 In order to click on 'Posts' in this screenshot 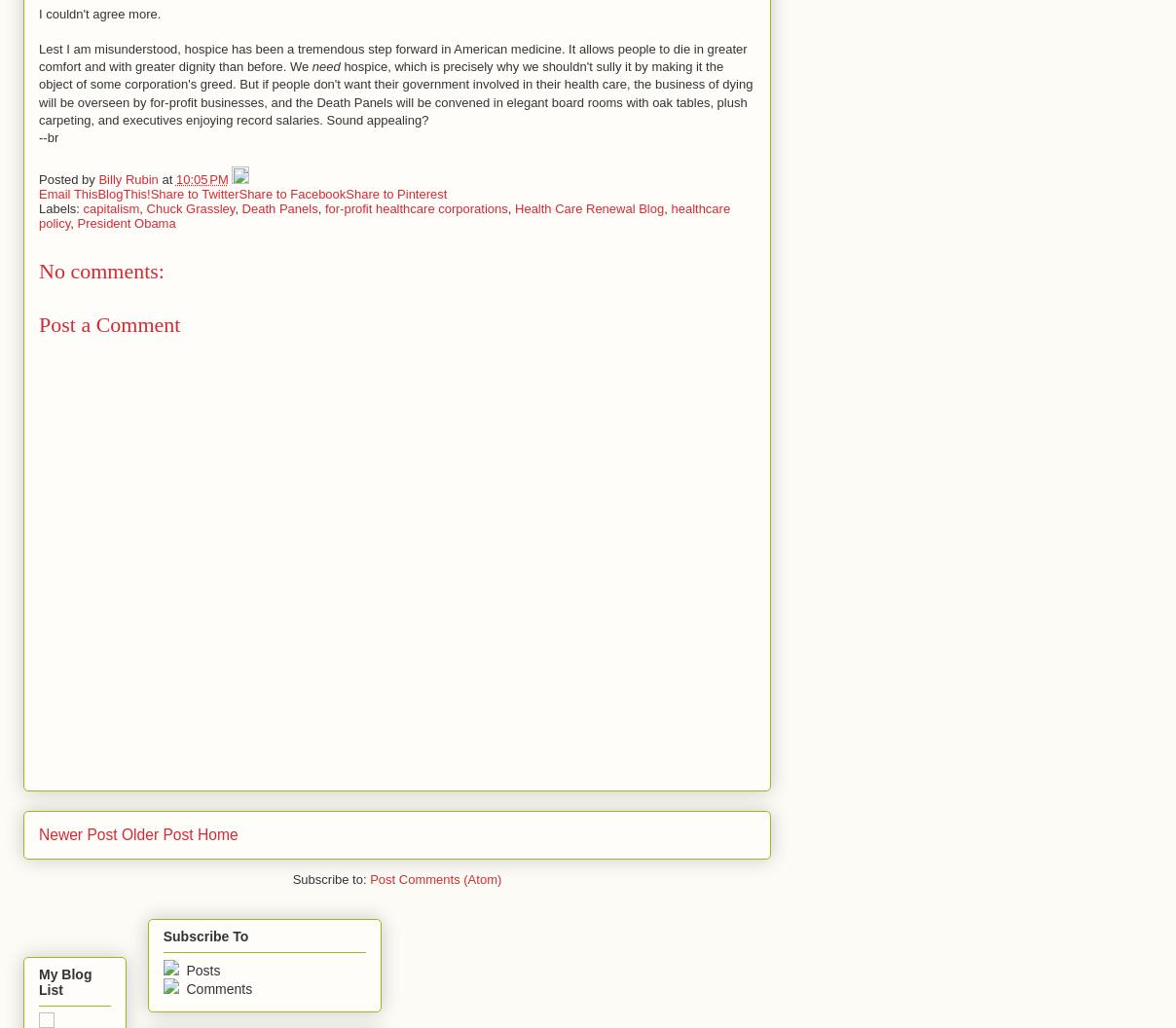, I will do `click(181, 969)`.